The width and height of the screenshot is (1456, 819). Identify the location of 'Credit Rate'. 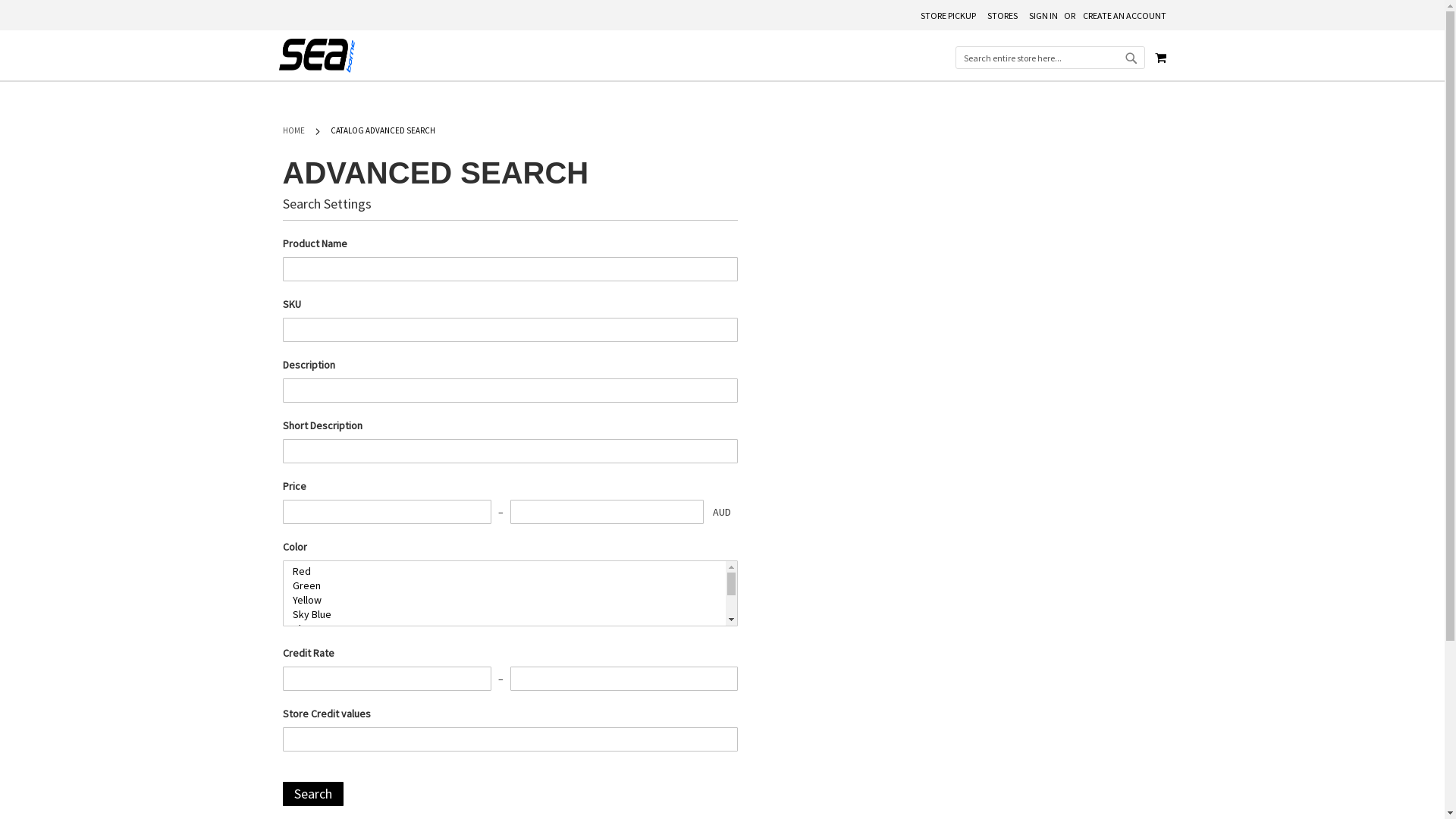
(282, 677).